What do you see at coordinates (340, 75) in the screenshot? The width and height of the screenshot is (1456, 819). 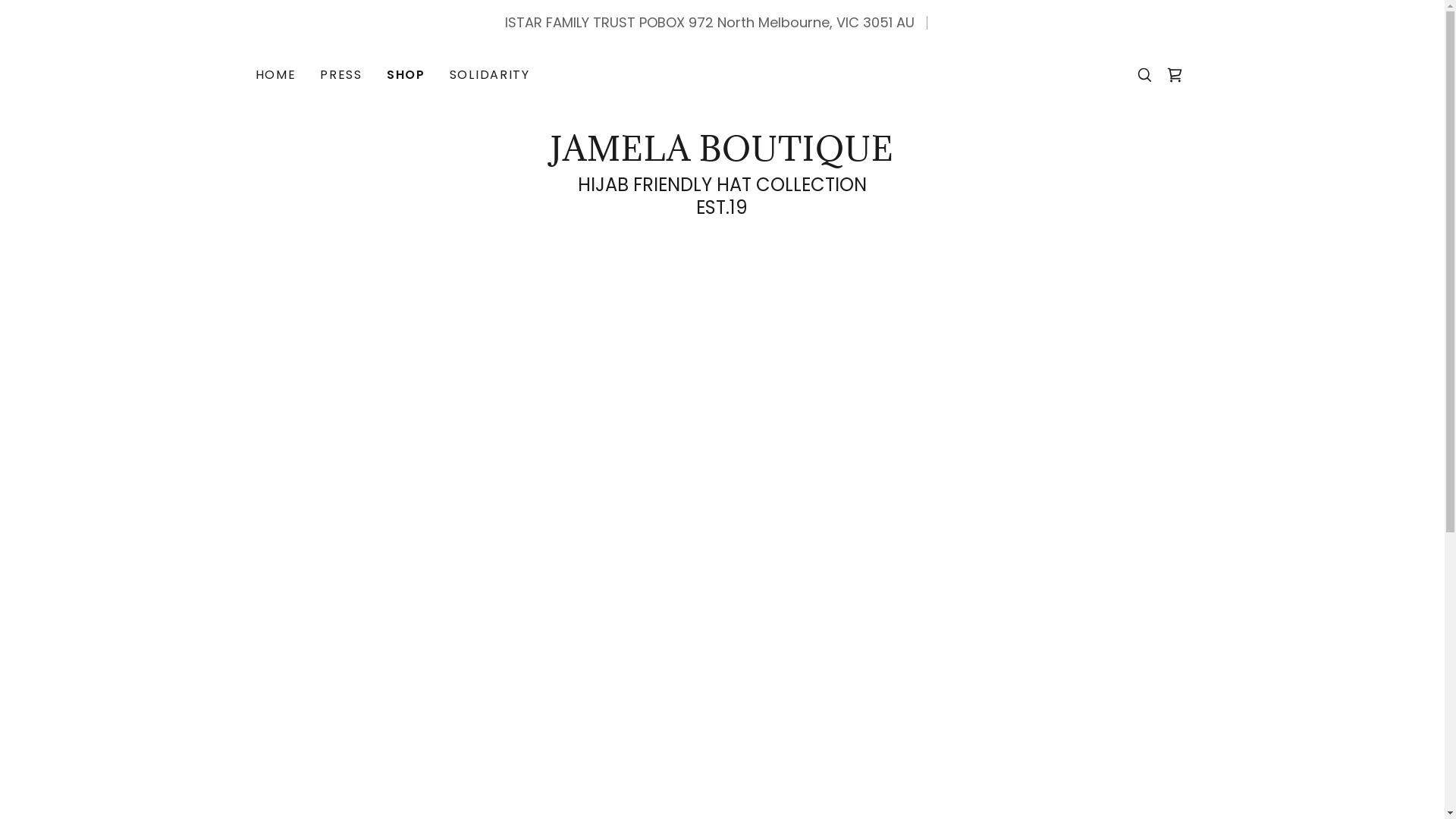 I see `'PRESS'` at bounding box center [340, 75].